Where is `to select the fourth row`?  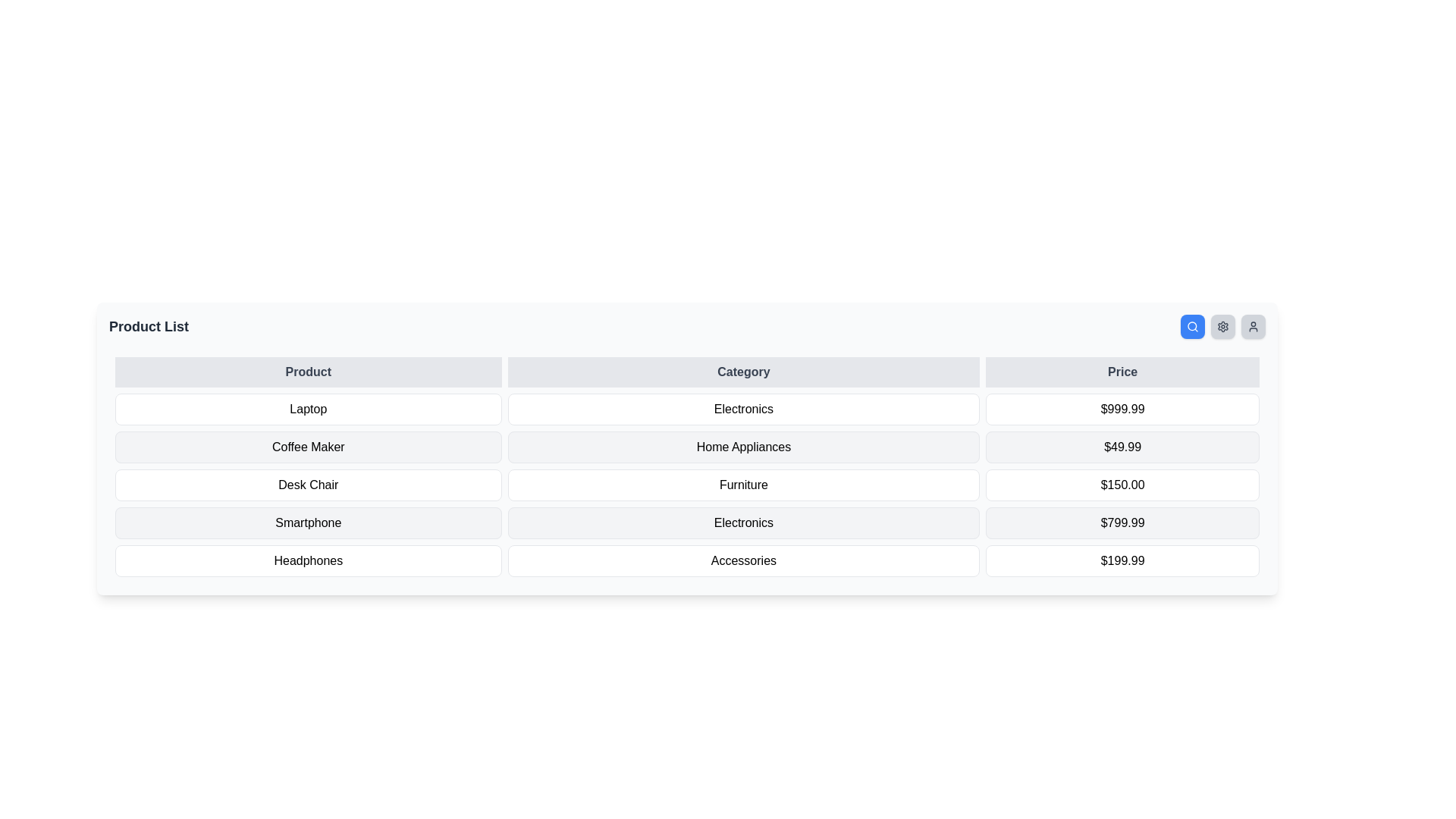 to select the fourth row is located at coordinates (686, 522).